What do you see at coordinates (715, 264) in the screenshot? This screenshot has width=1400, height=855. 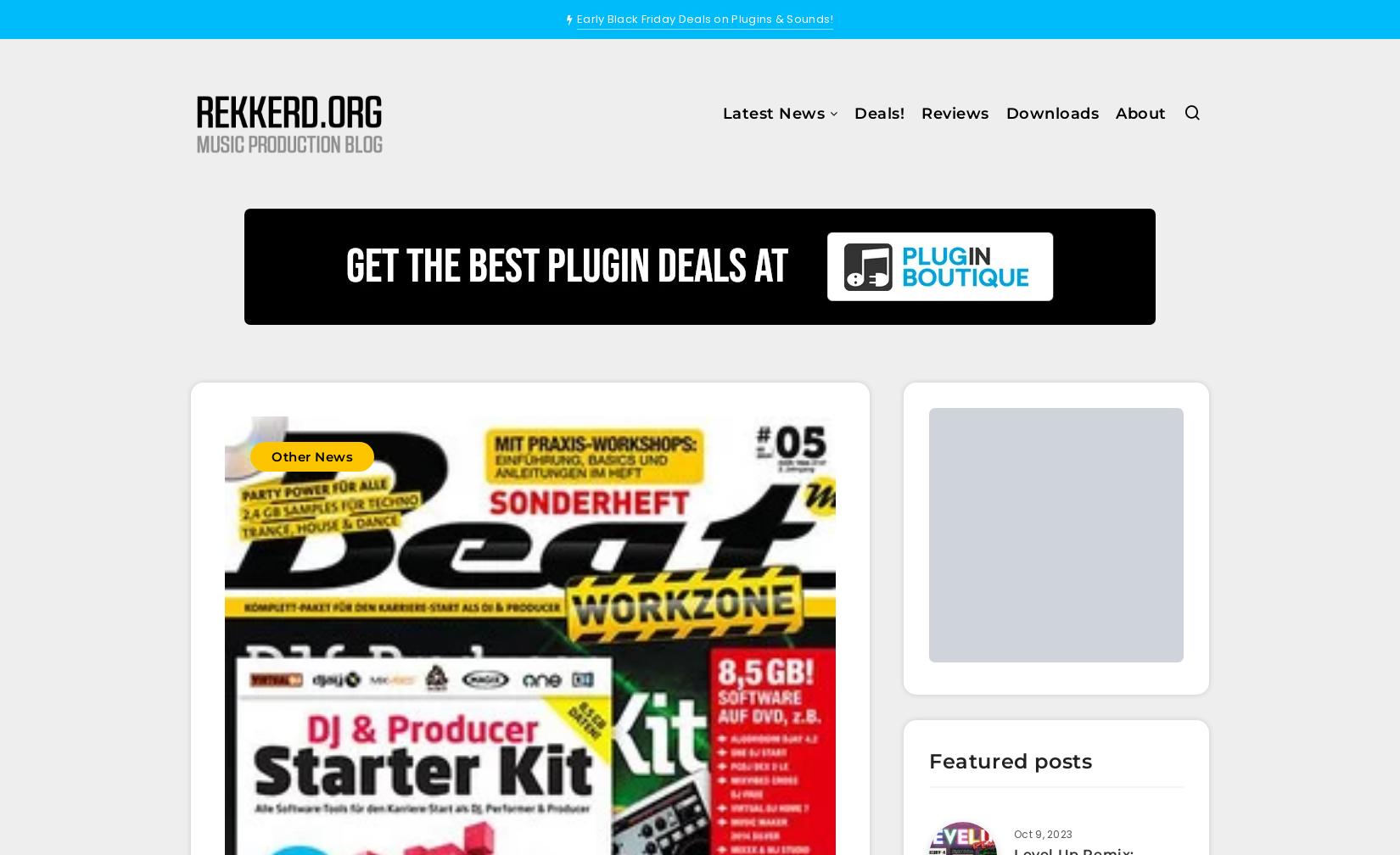 I see `'Samples and Presets'` at bounding box center [715, 264].